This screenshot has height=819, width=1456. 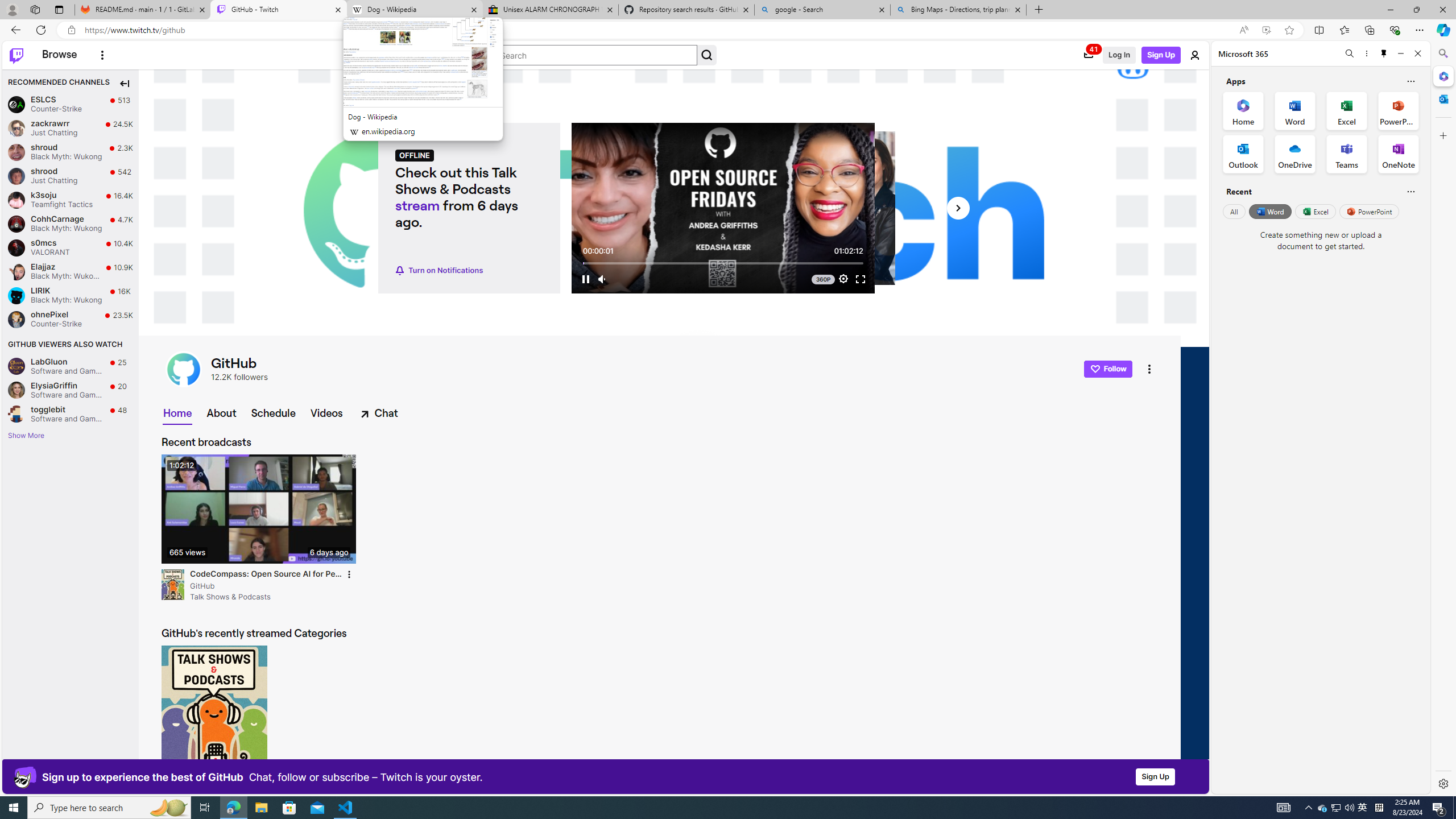 What do you see at coordinates (16, 104) in the screenshot?
I see `'ESLCS'` at bounding box center [16, 104].